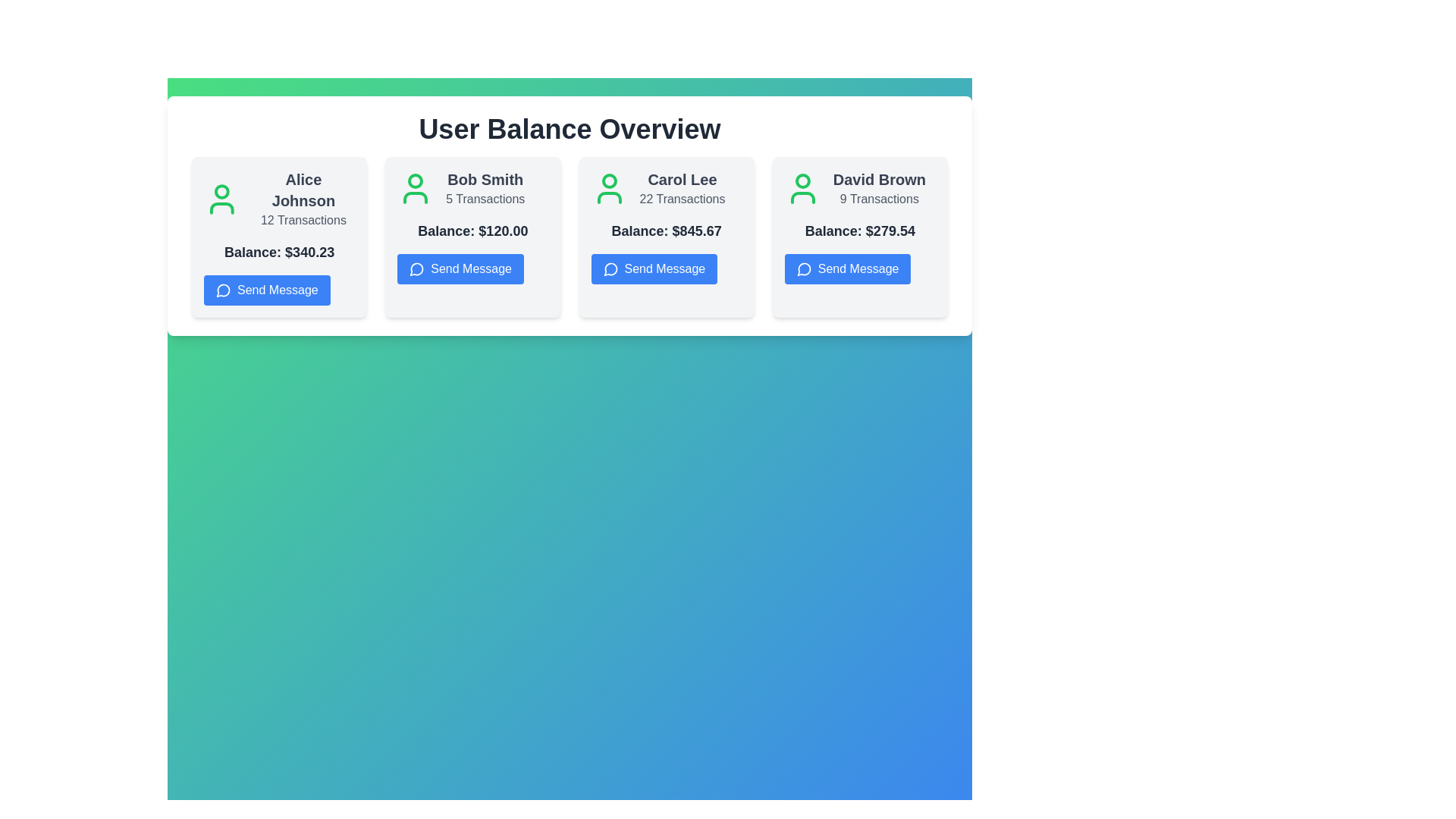  I want to click on the circular graphical component with a green outline at the top of David Brown's user card, so click(802, 180).